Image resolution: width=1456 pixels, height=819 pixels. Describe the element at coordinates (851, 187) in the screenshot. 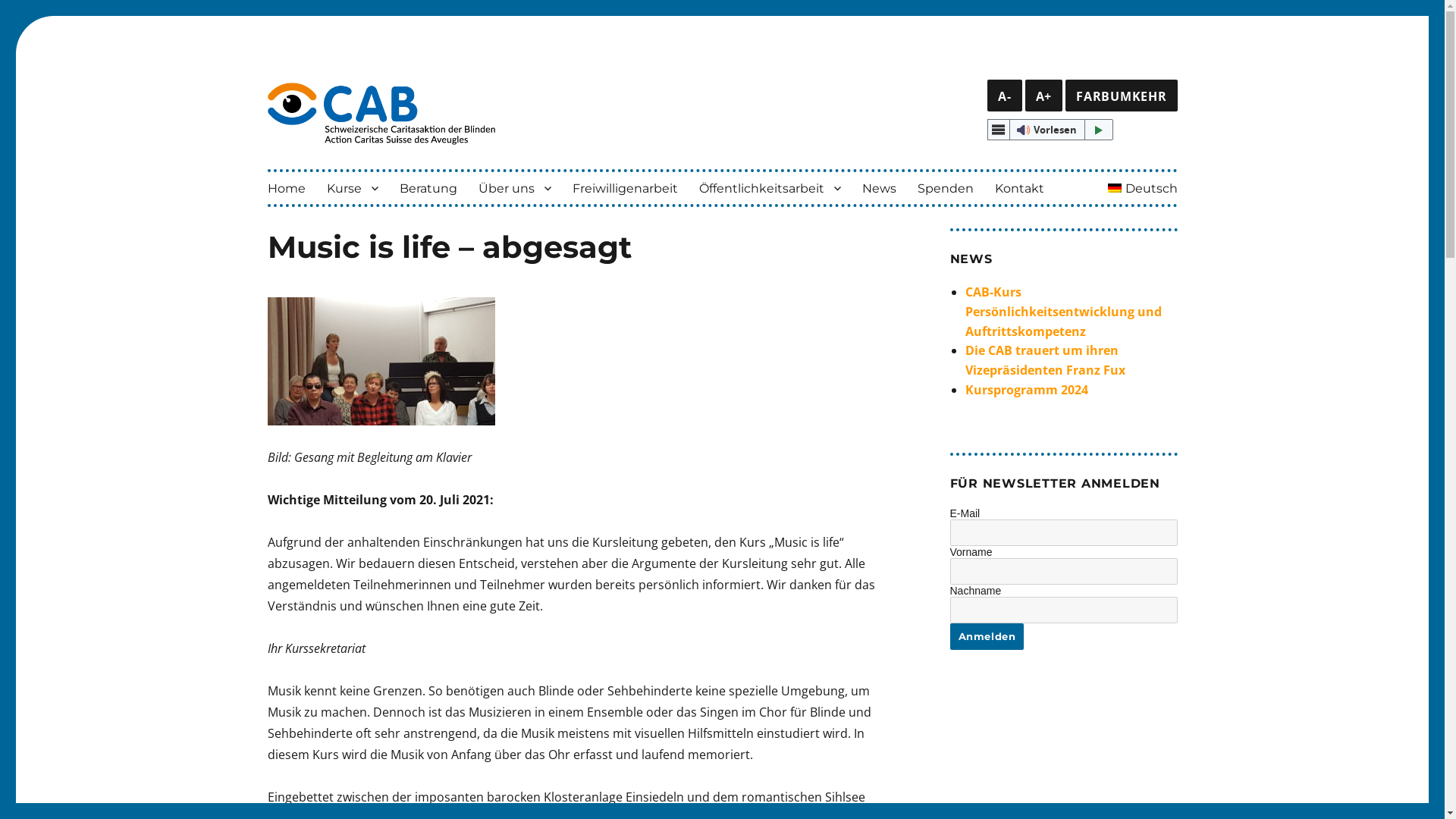

I see `'News'` at that location.